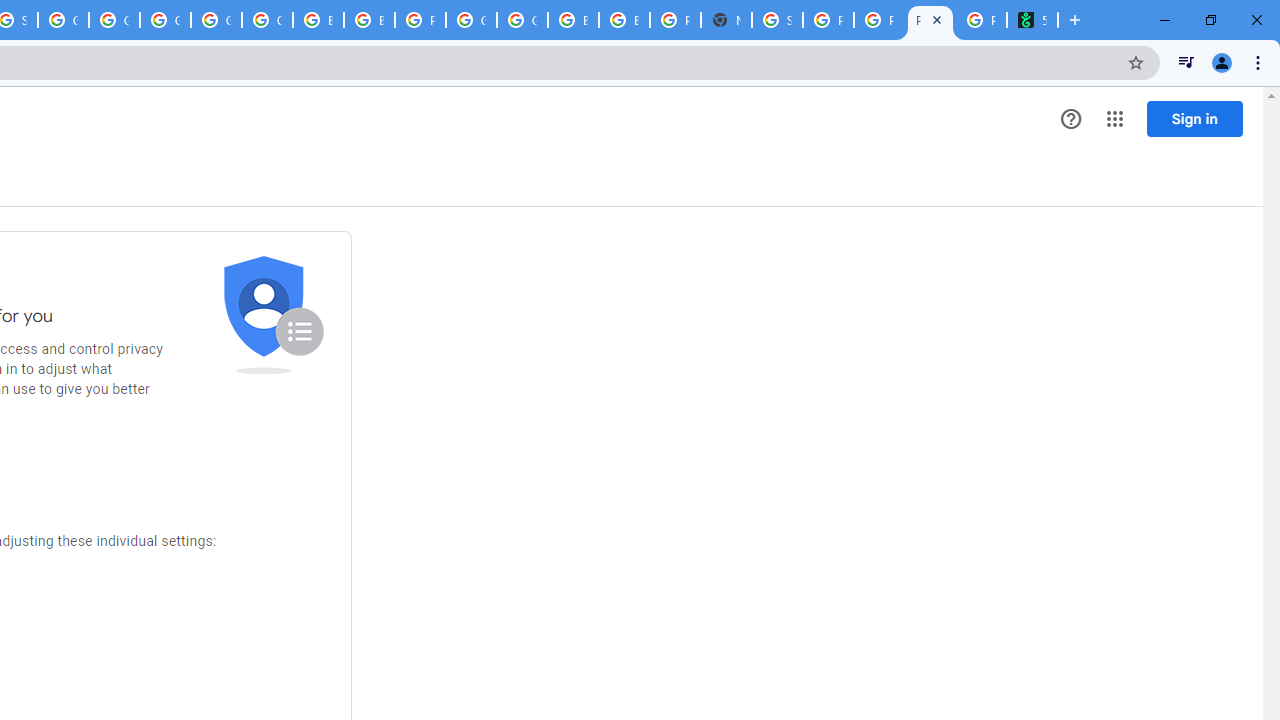 The height and width of the screenshot is (720, 1280). What do you see at coordinates (317, 20) in the screenshot?
I see `'Browse Chrome as a guest - Computer - Google Chrome Help'` at bounding box center [317, 20].